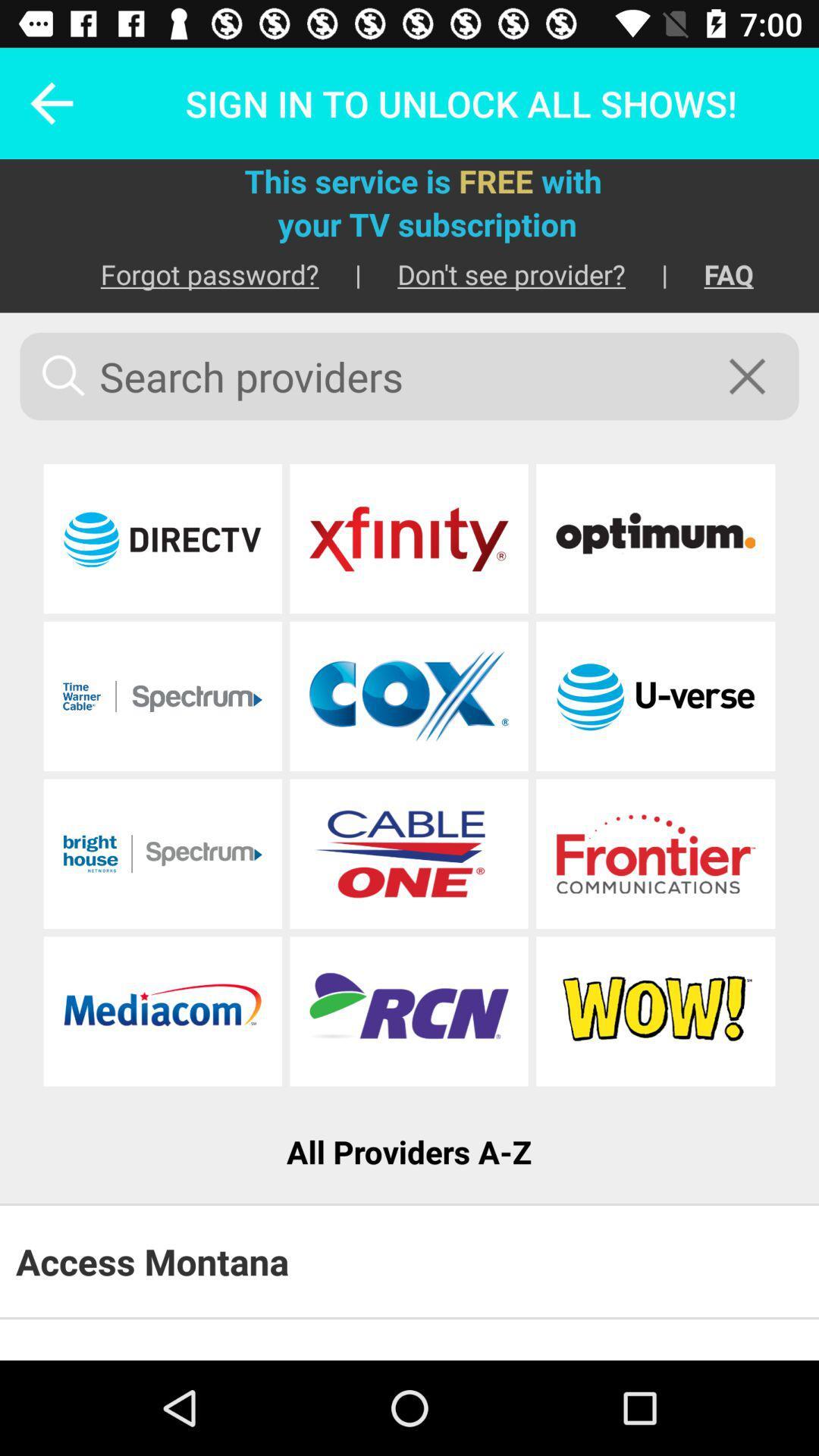 This screenshot has height=1456, width=819. What do you see at coordinates (162, 538) in the screenshot?
I see `provider link` at bounding box center [162, 538].